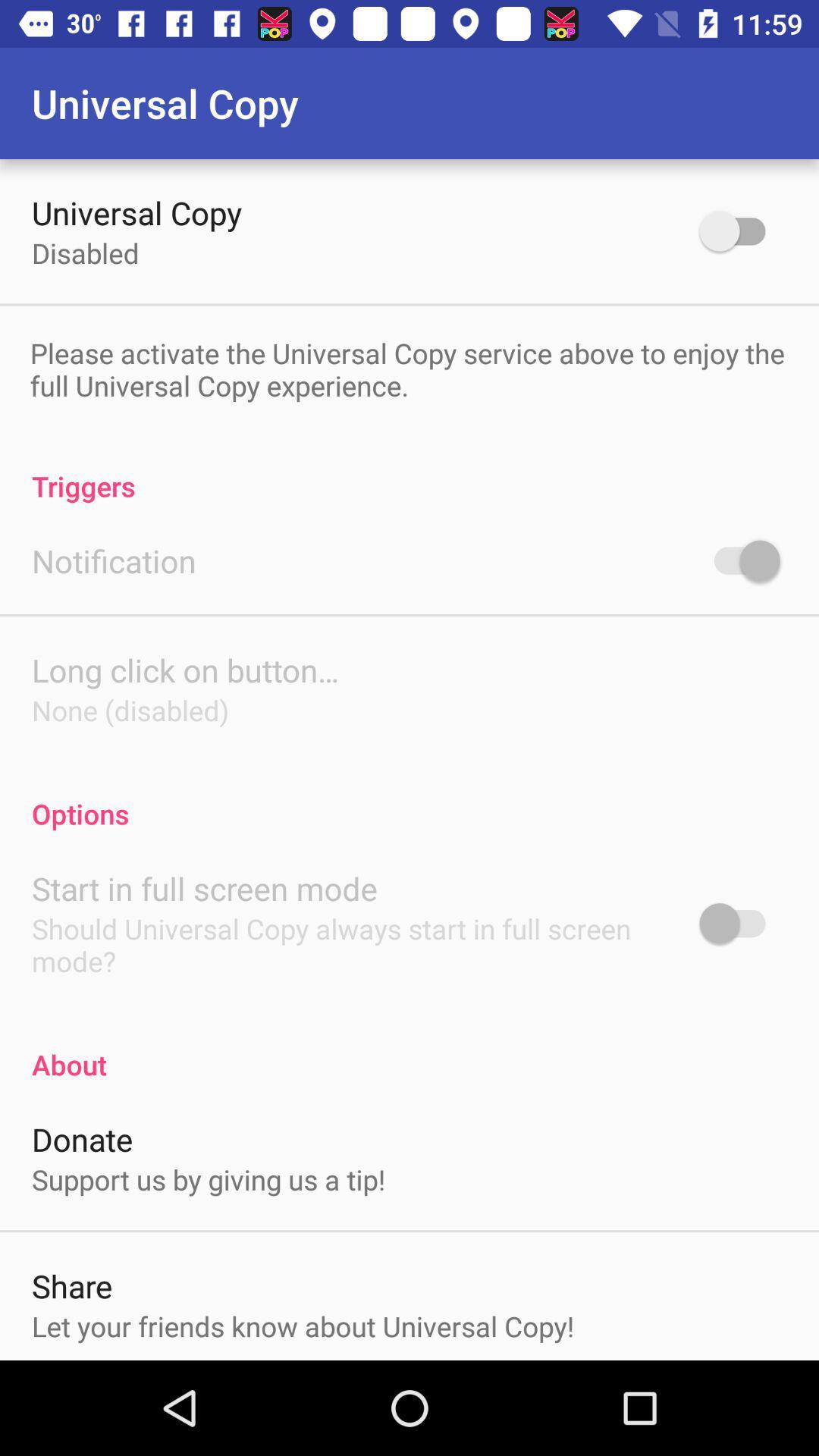 The height and width of the screenshot is (1456, 819). What do you see at coordinates (739, 560) in the screenshot?
I see `notifications` at bounding box center [739, 560].